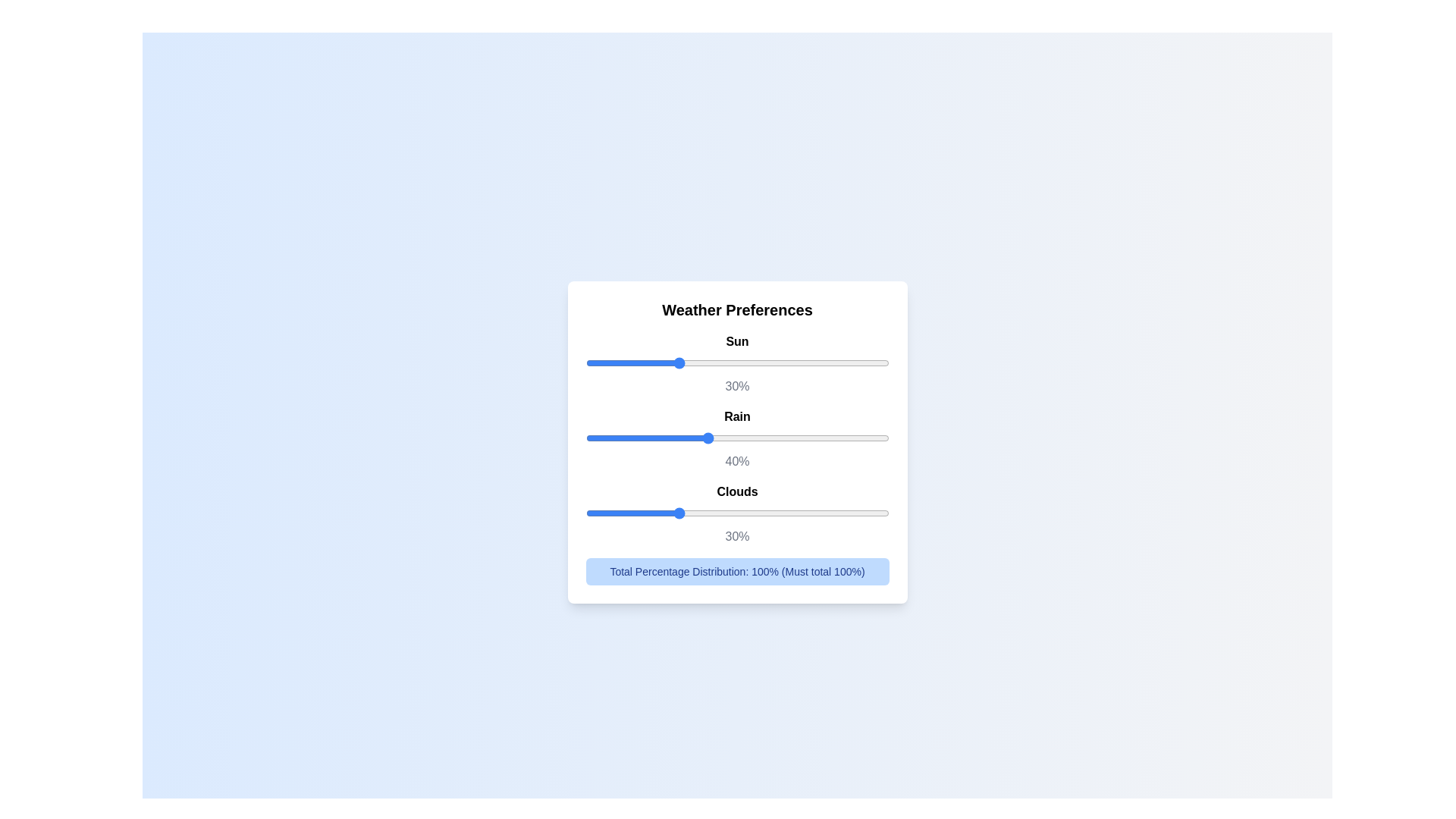 Image resolution: width=1456 pixels, height=819 pixels. I want to click on the slider for 1 to set the percentage to 43, so click(868, 438).